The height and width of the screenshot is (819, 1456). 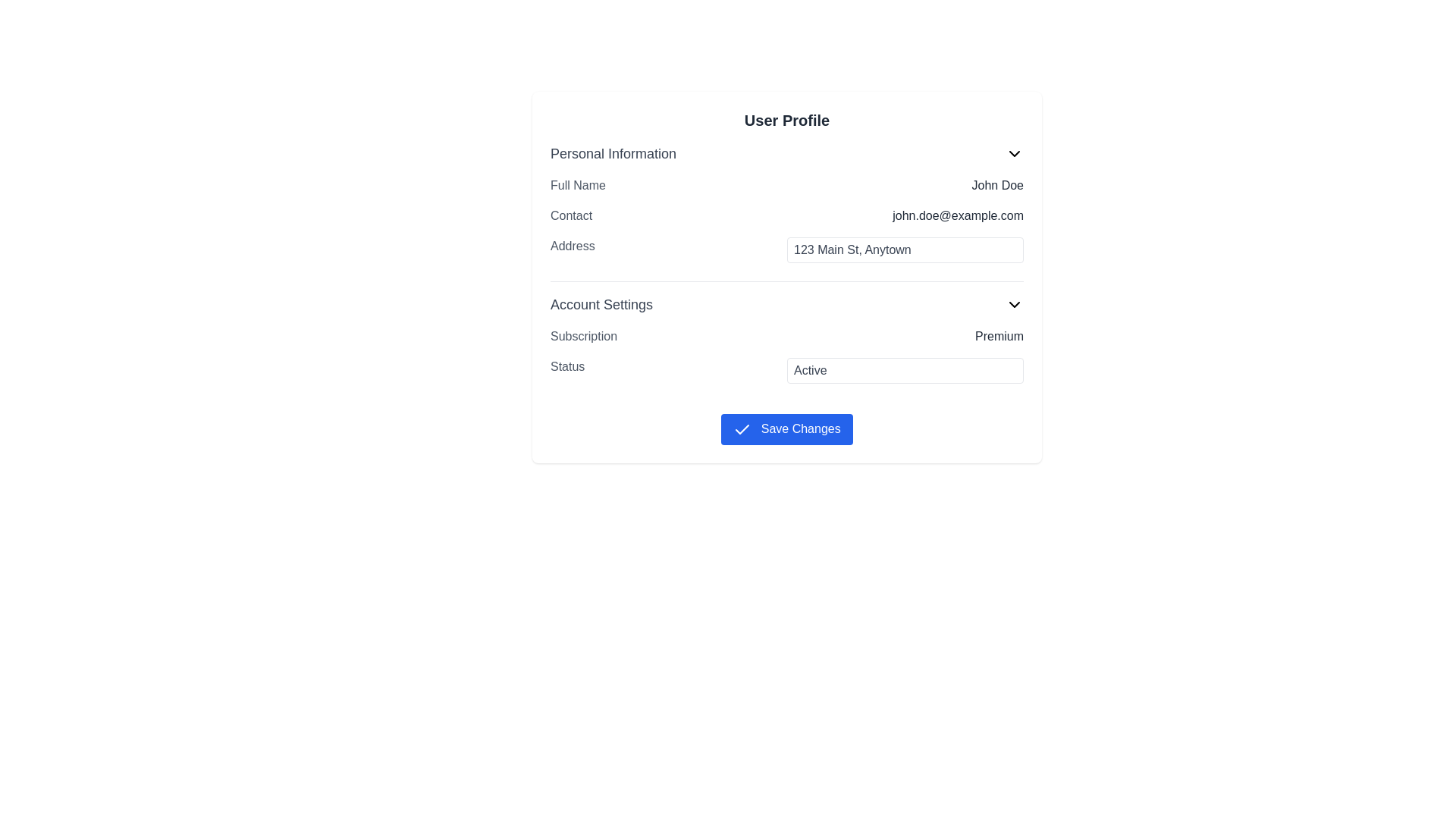 What do you see at coordinates (997, 185) in the screenshot?
I see `the static text element displaying the name 'John Doe', which is emphasized and aligned to the right within the 'Personal Information' section of the user profile` at bounding box center [997, 185].